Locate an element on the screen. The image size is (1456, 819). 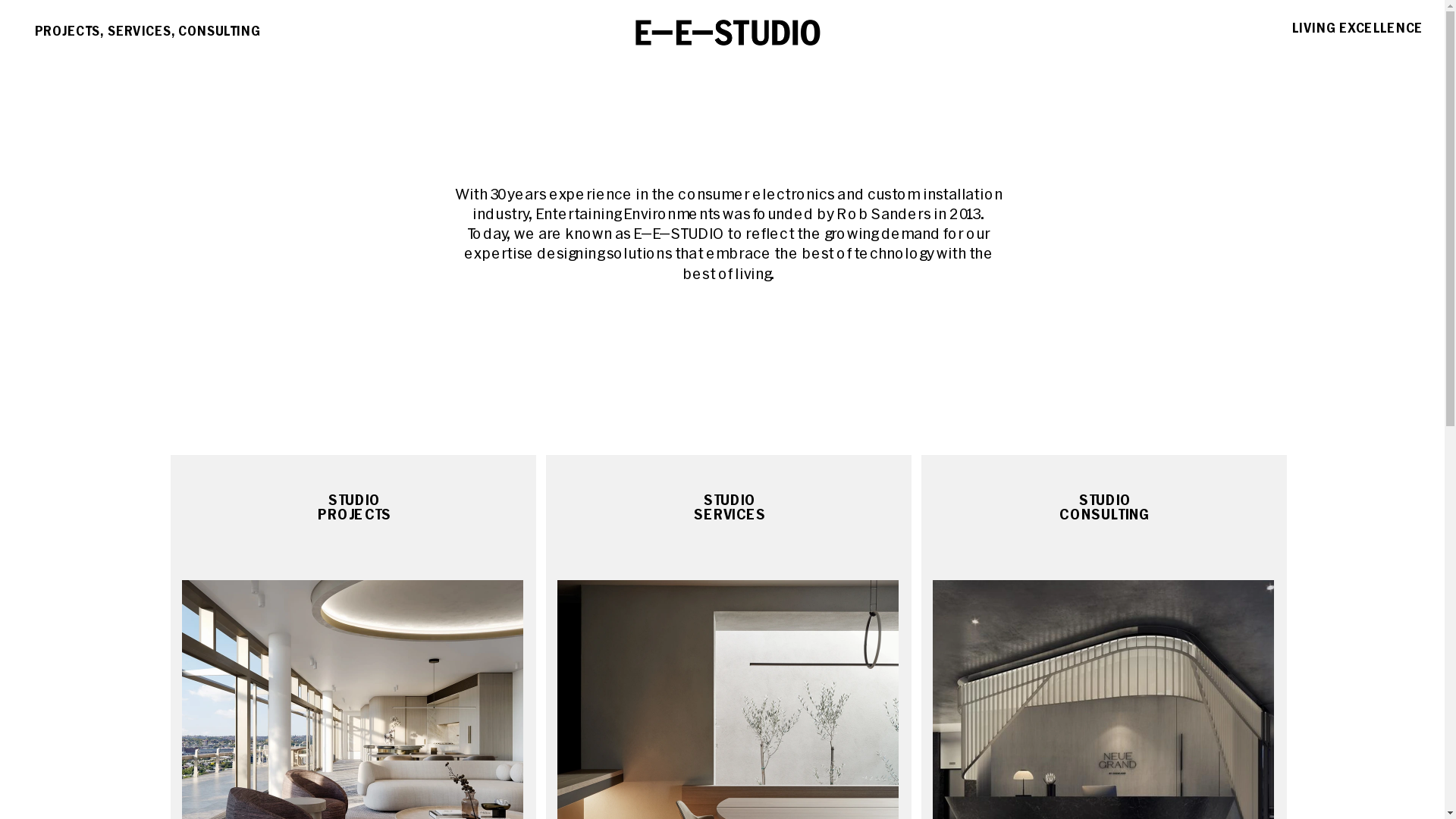
'PROJECTS' is located at coordinates (52, 27).